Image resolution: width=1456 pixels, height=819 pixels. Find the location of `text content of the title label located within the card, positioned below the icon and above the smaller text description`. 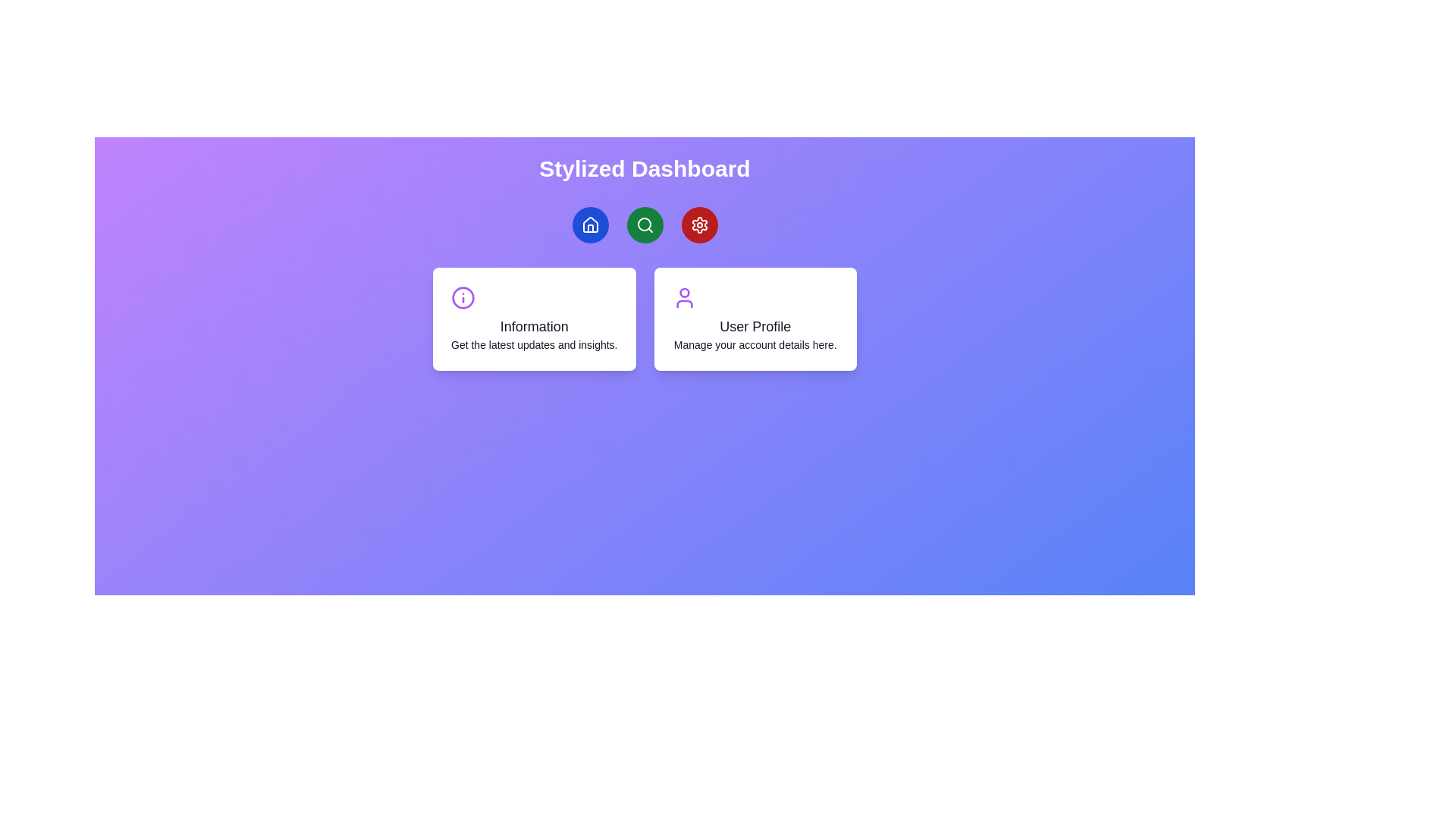

text content of the title label located within the card, positioned below the icon and above the smaller text description is located at coordinates (534, 326).